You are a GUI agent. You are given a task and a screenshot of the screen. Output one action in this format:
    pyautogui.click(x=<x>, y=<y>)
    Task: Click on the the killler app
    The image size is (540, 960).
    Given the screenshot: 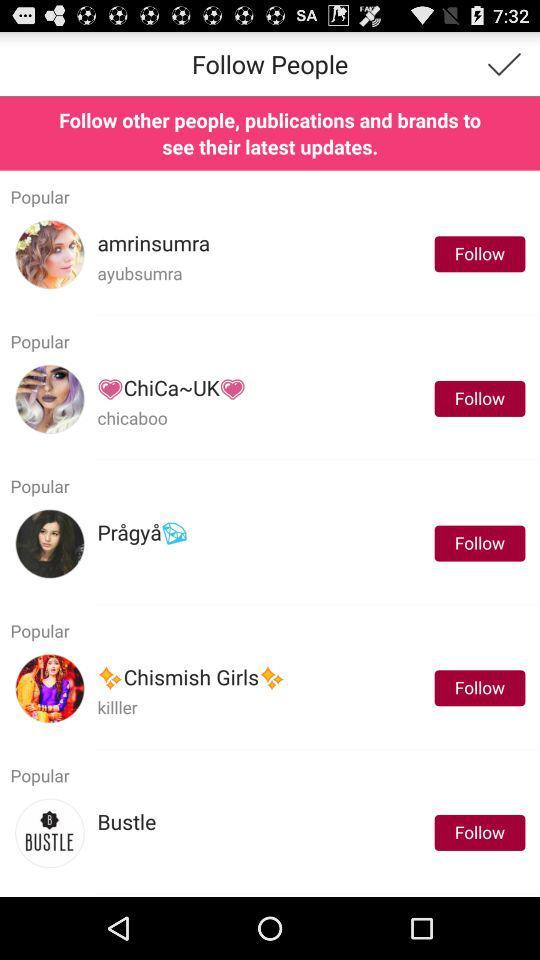 What is the action you would take?
    pyautogui.click(x=117, y=707)
    